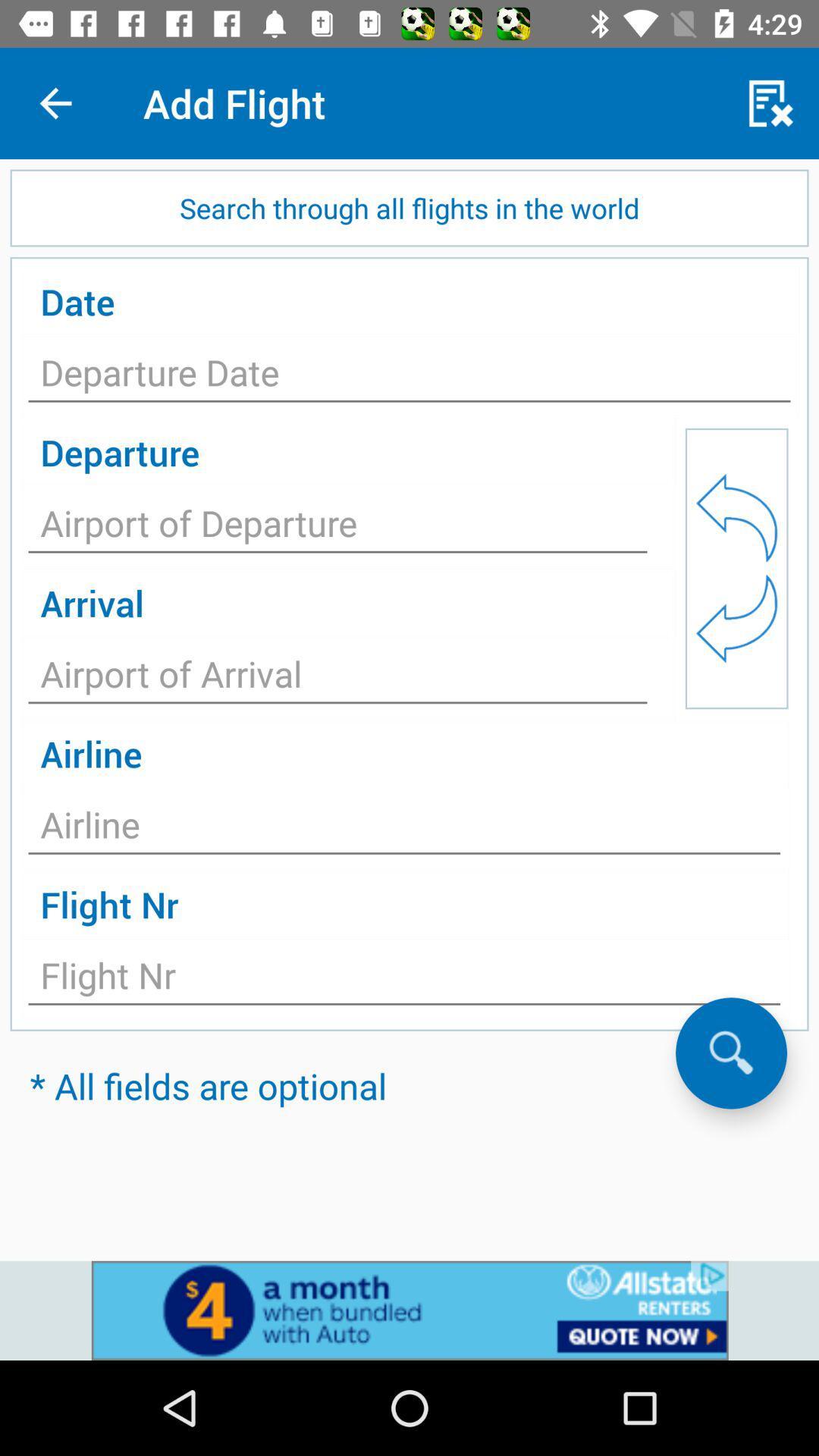 The width and height of the screenshot is (819, 1456). Describe the element at coordinates (409, 377) in the screenshot. I see `text` at that location.